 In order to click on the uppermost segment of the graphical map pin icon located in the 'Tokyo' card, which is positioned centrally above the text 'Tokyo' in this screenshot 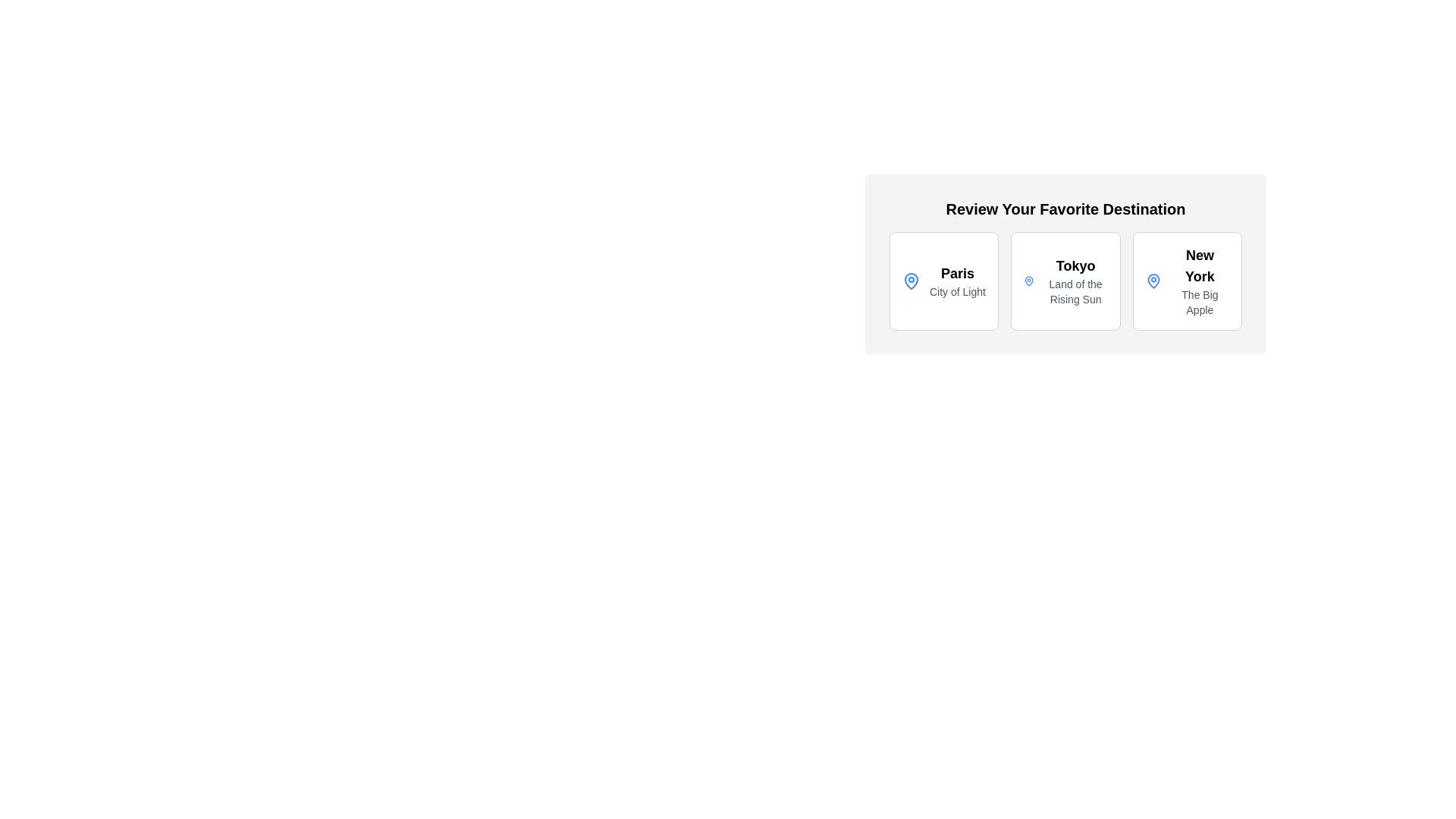, I will do `click(1029, 281)`.